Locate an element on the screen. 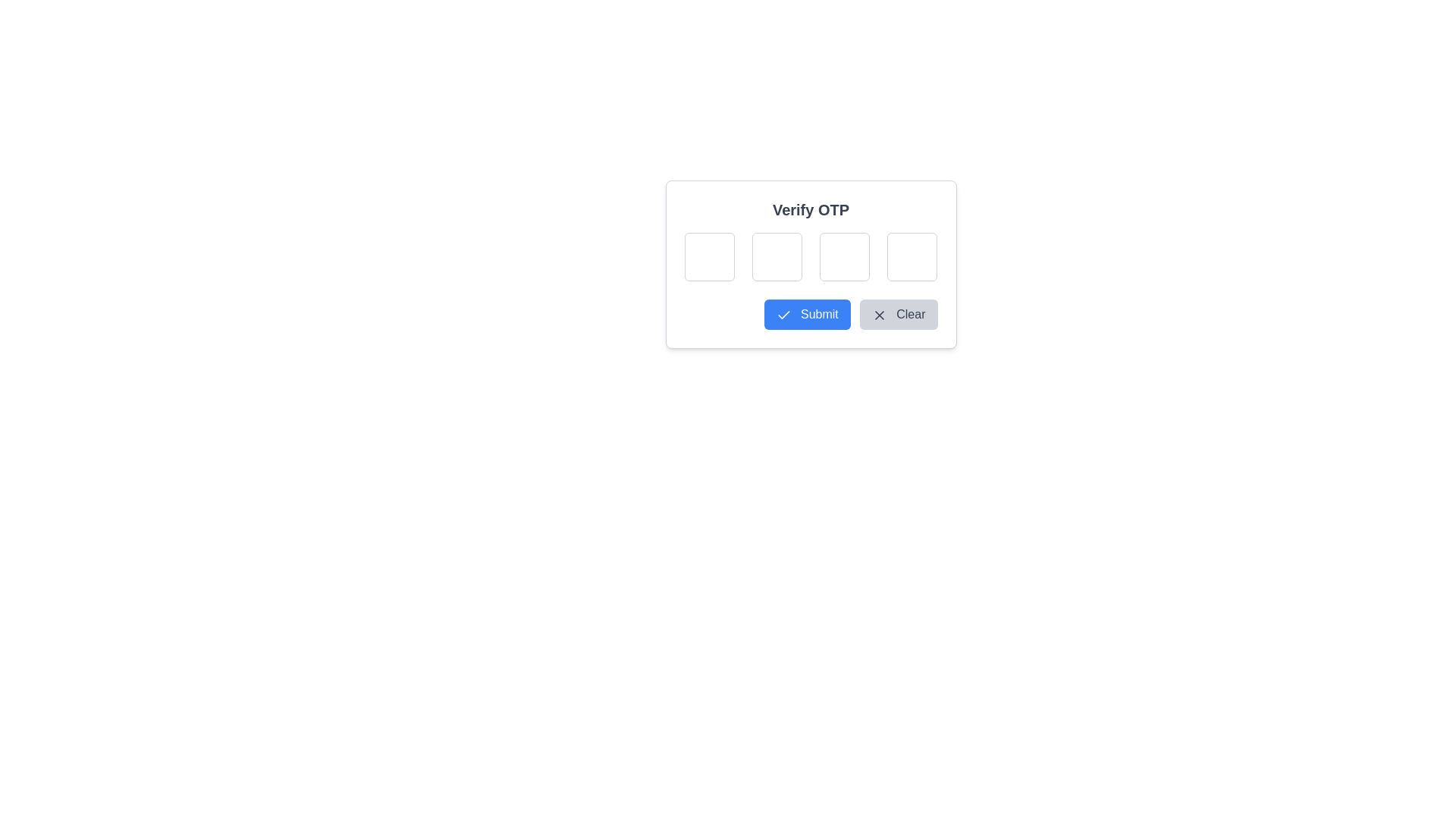 This screenshot has height=819, width=1456. the 'X' icon located within the 'Clear' button at the bottom-right corner of the form is located at coordinates (879, 314).